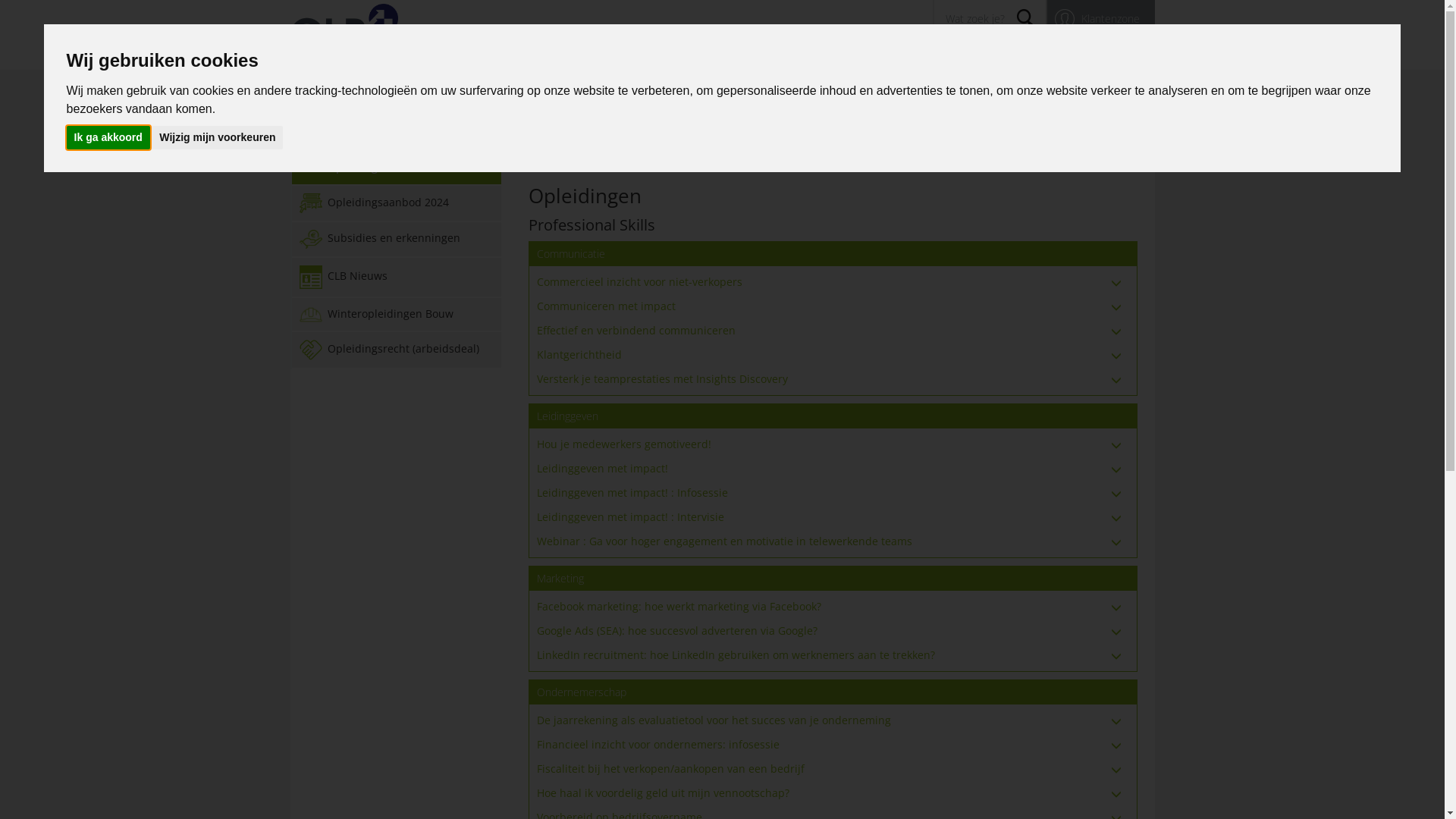  Describe the element at coordinates (396, 202) in the screenshot. I see `'Opleidingsaanbod 2024'` at that location.